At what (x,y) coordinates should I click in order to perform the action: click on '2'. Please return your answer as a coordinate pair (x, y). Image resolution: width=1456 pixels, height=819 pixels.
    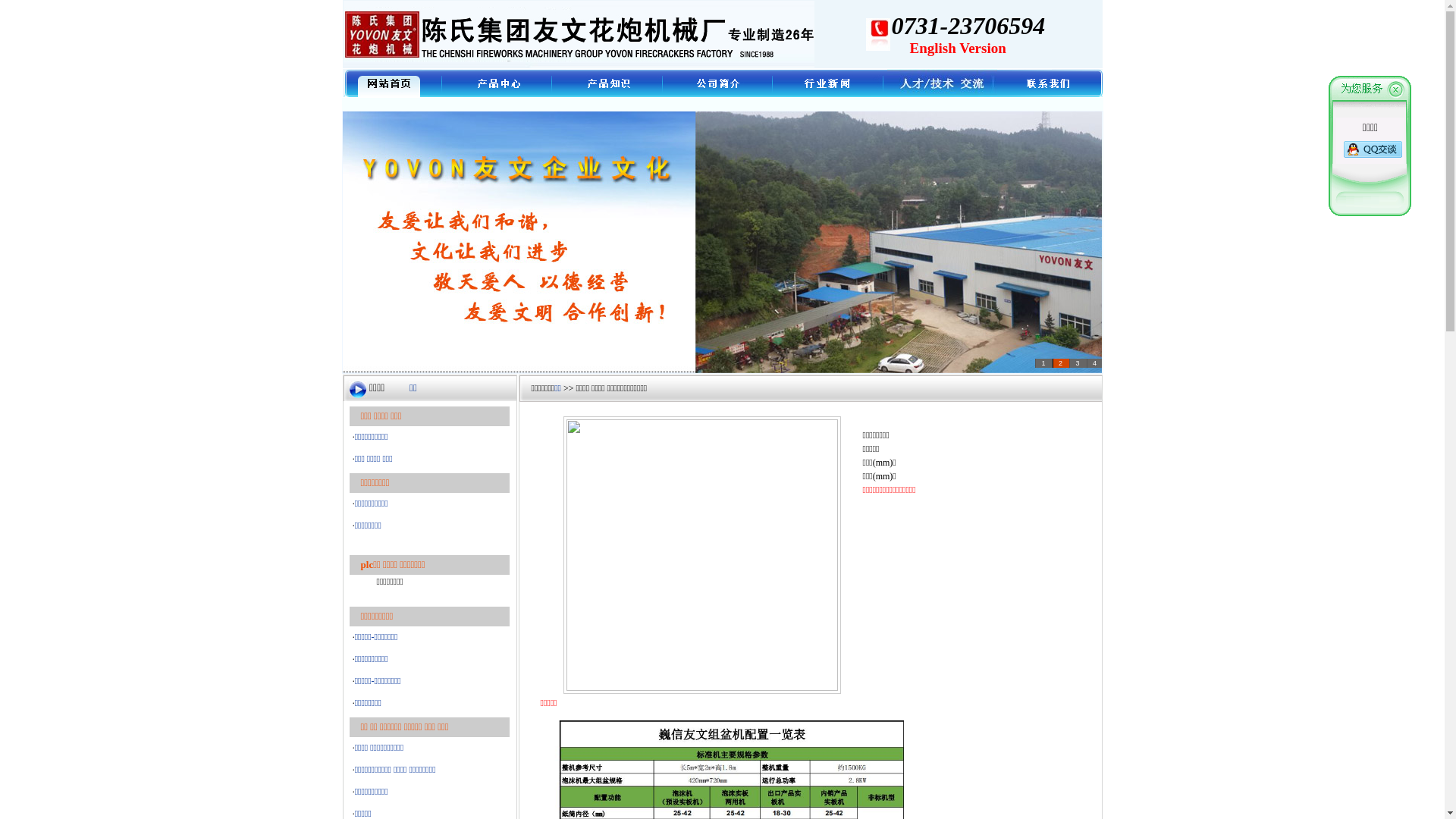
    Looking at the image, I should click on (1060, 362).